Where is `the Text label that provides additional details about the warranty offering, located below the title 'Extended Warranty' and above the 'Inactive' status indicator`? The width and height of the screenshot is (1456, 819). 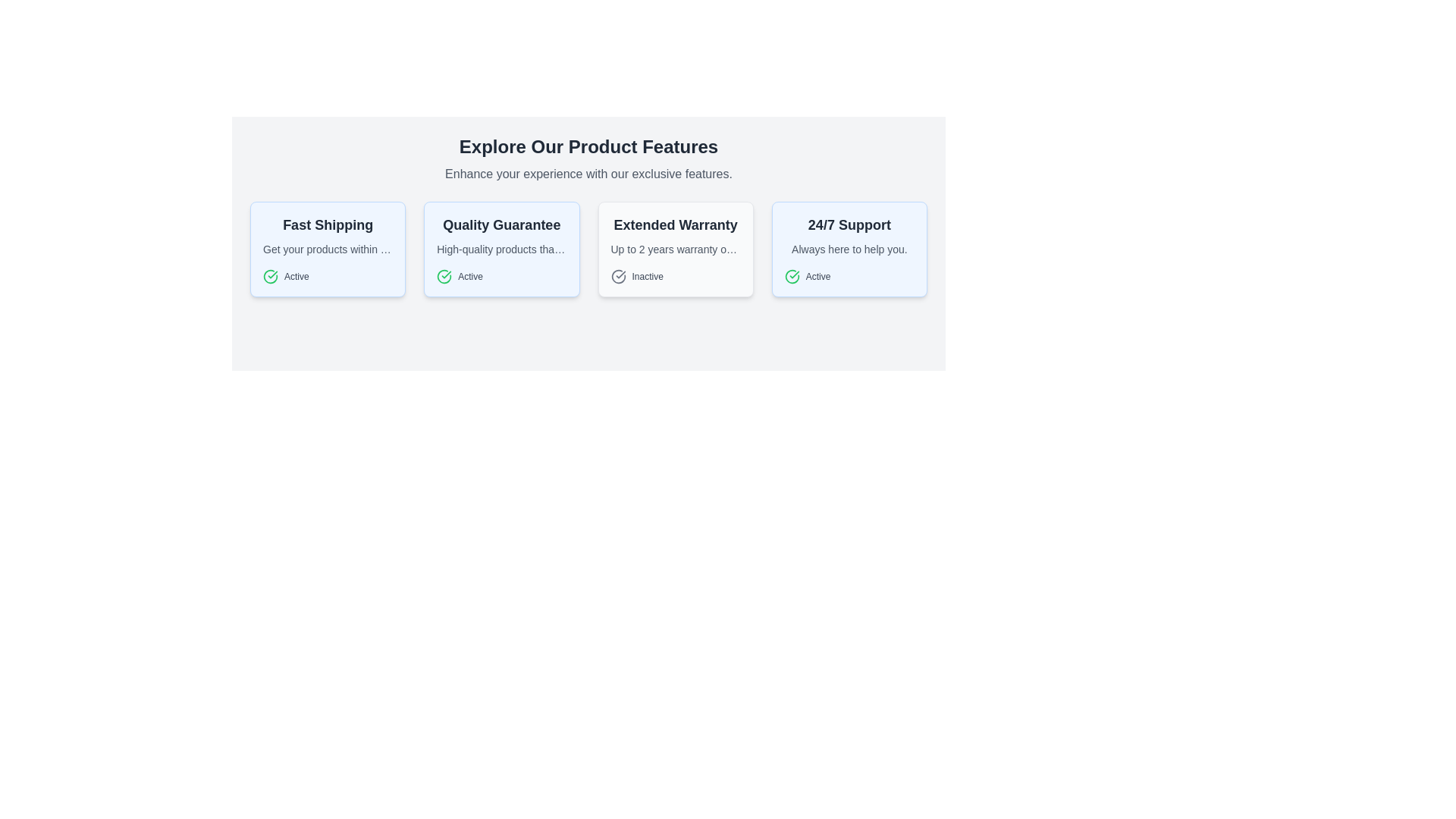
the Text label that provides additional details about the warranty offering, located below the title 'Extended Warranty' and above the 'Inactive' status indicator is located at coordinates (675, 248).